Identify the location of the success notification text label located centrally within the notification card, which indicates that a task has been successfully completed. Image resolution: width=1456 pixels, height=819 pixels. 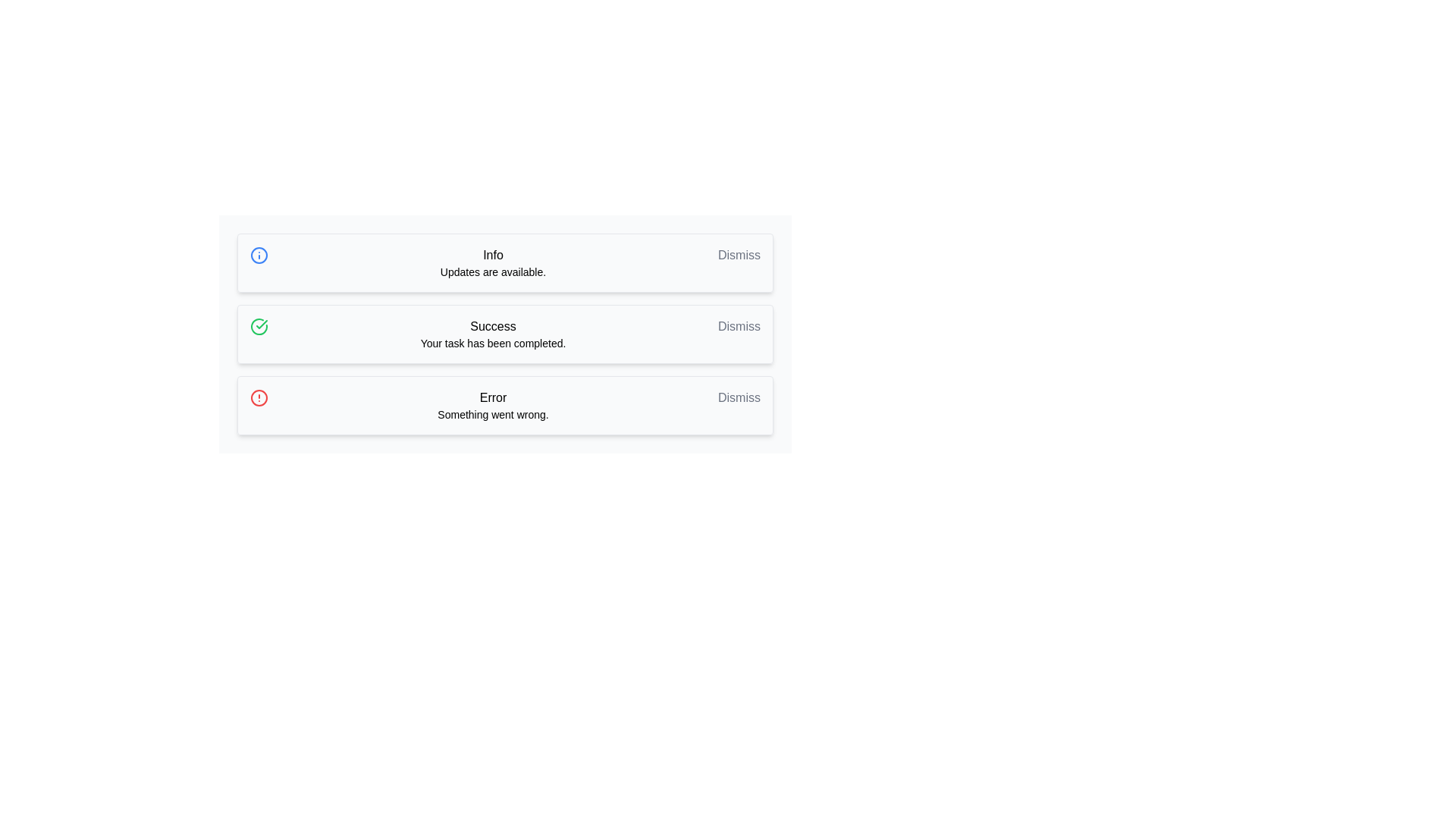
(493, 333).